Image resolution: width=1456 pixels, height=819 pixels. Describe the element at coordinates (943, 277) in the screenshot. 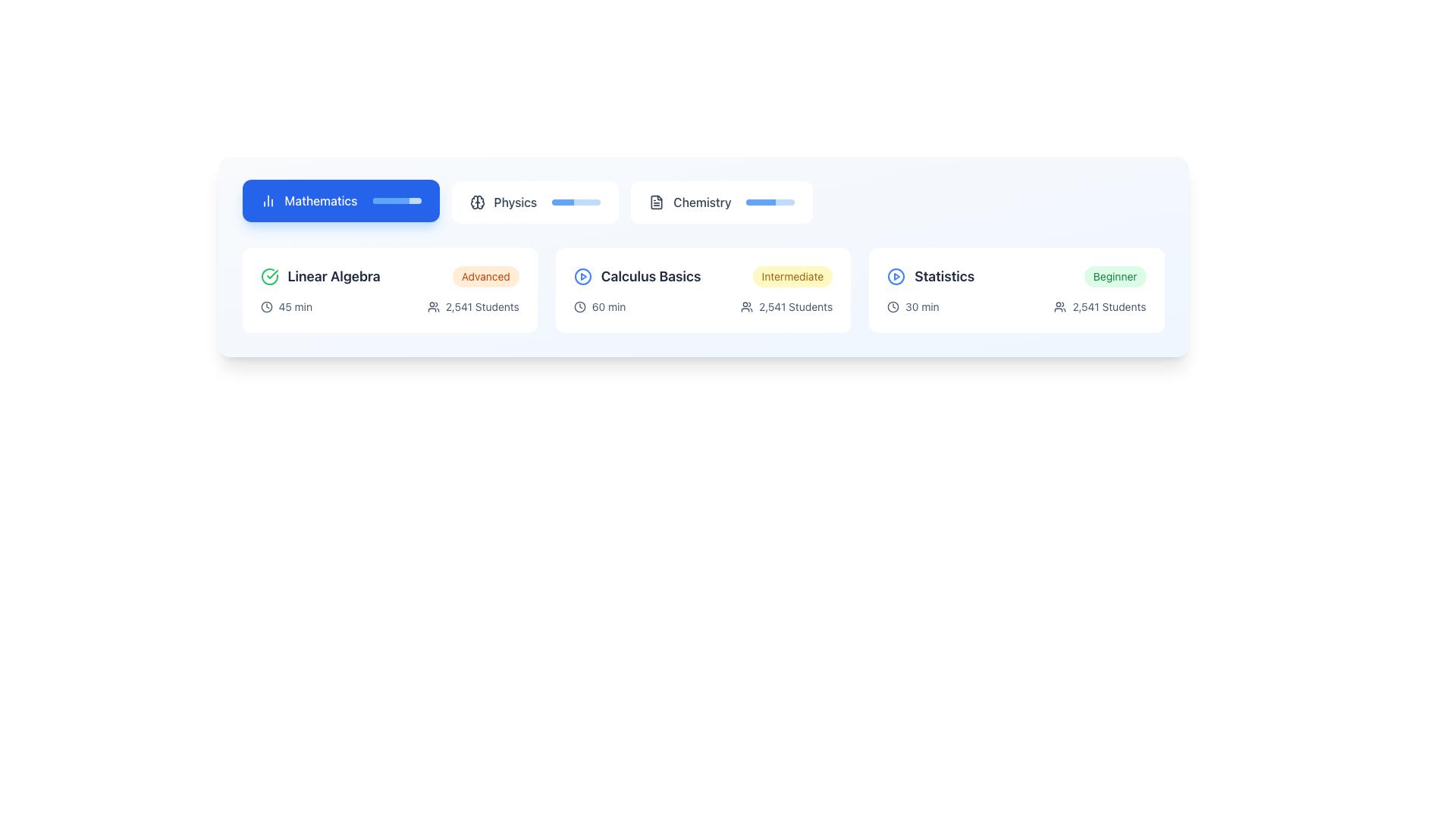

I see `the 'Statistics' course title text label located at the bottom right of the course card, following the blue play icon` at that location.